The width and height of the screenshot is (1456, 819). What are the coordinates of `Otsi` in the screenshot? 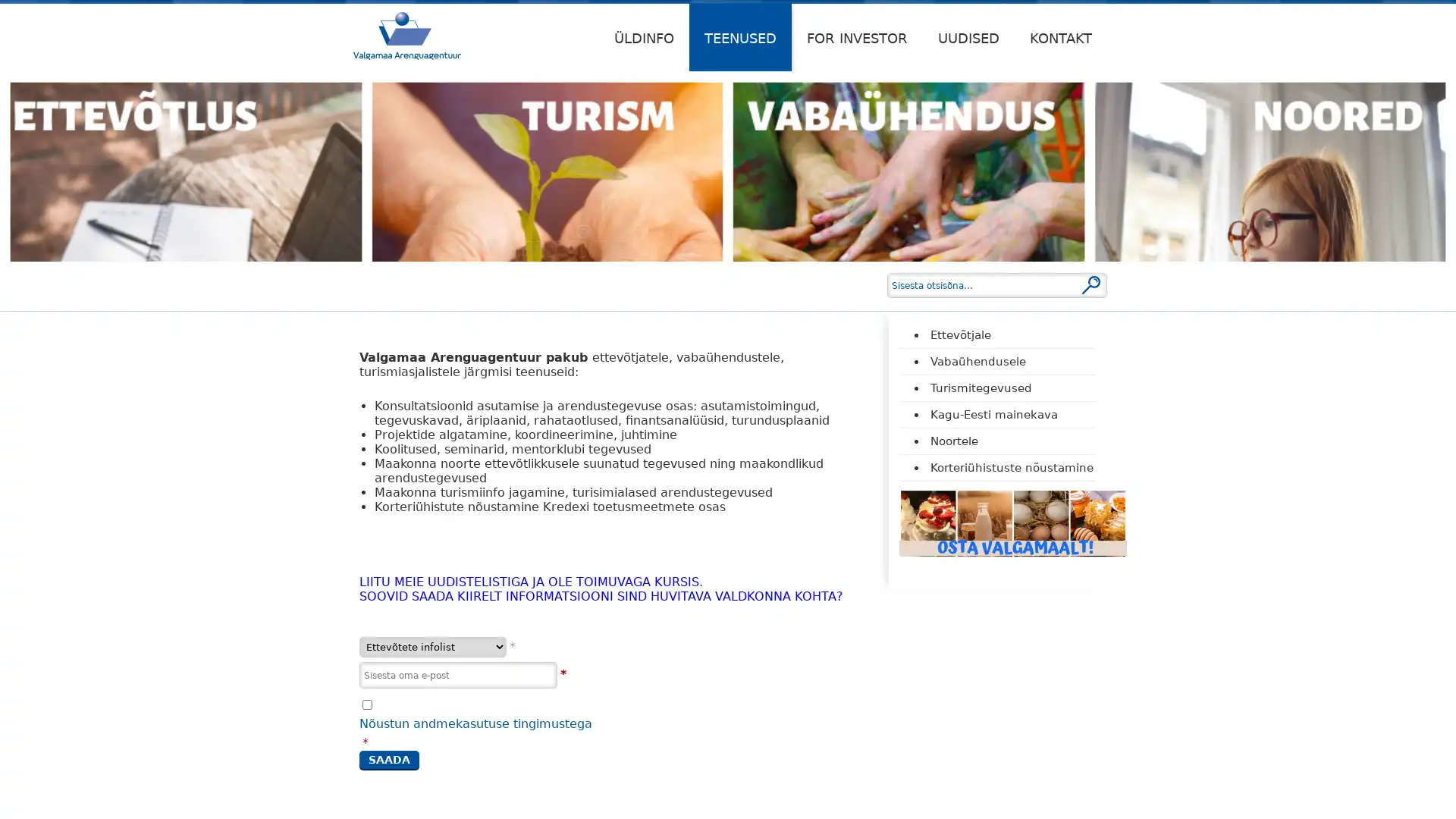 It's located at (1090, 284).